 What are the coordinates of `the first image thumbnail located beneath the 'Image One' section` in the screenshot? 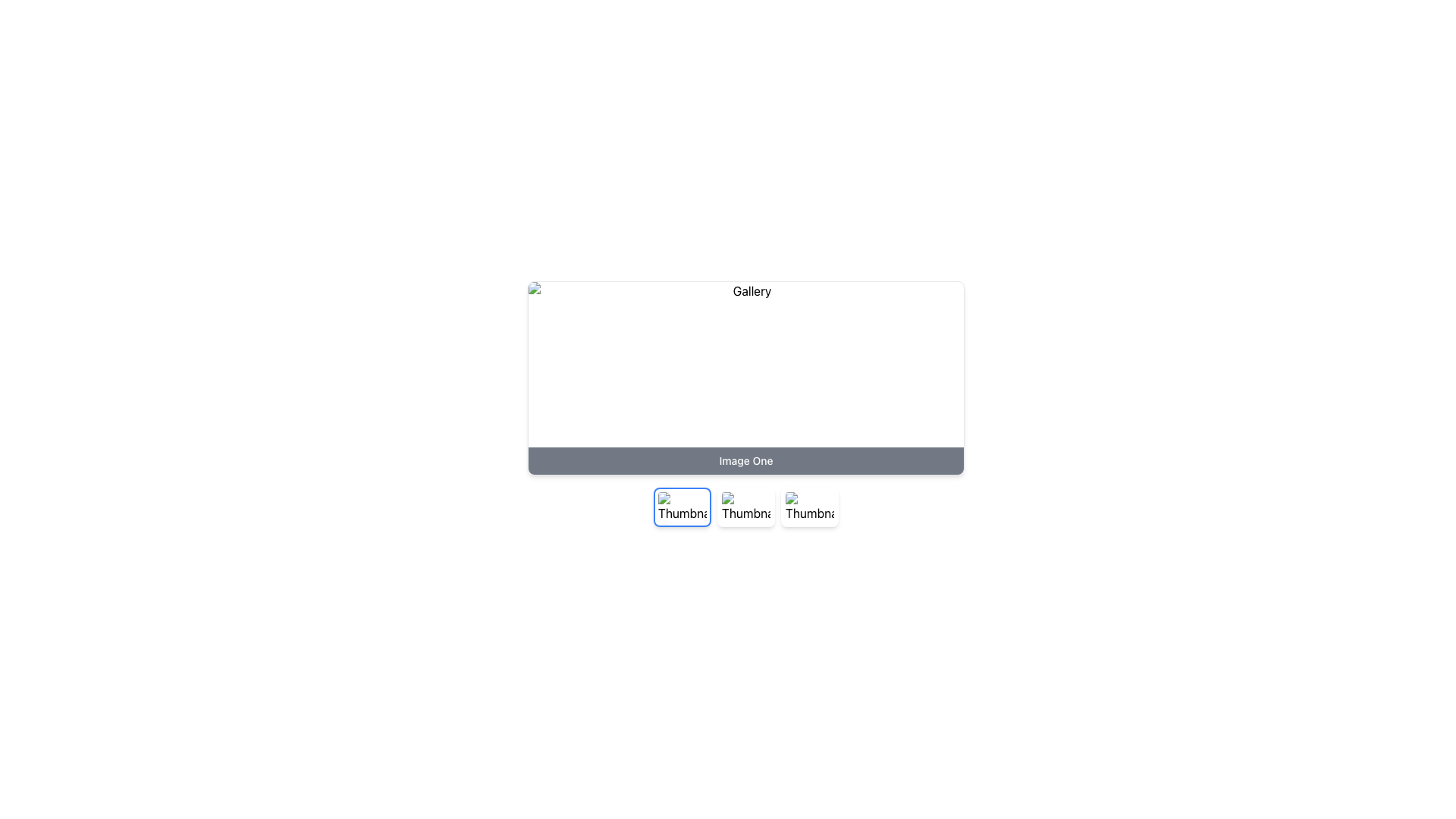 It's located at (682, 507).